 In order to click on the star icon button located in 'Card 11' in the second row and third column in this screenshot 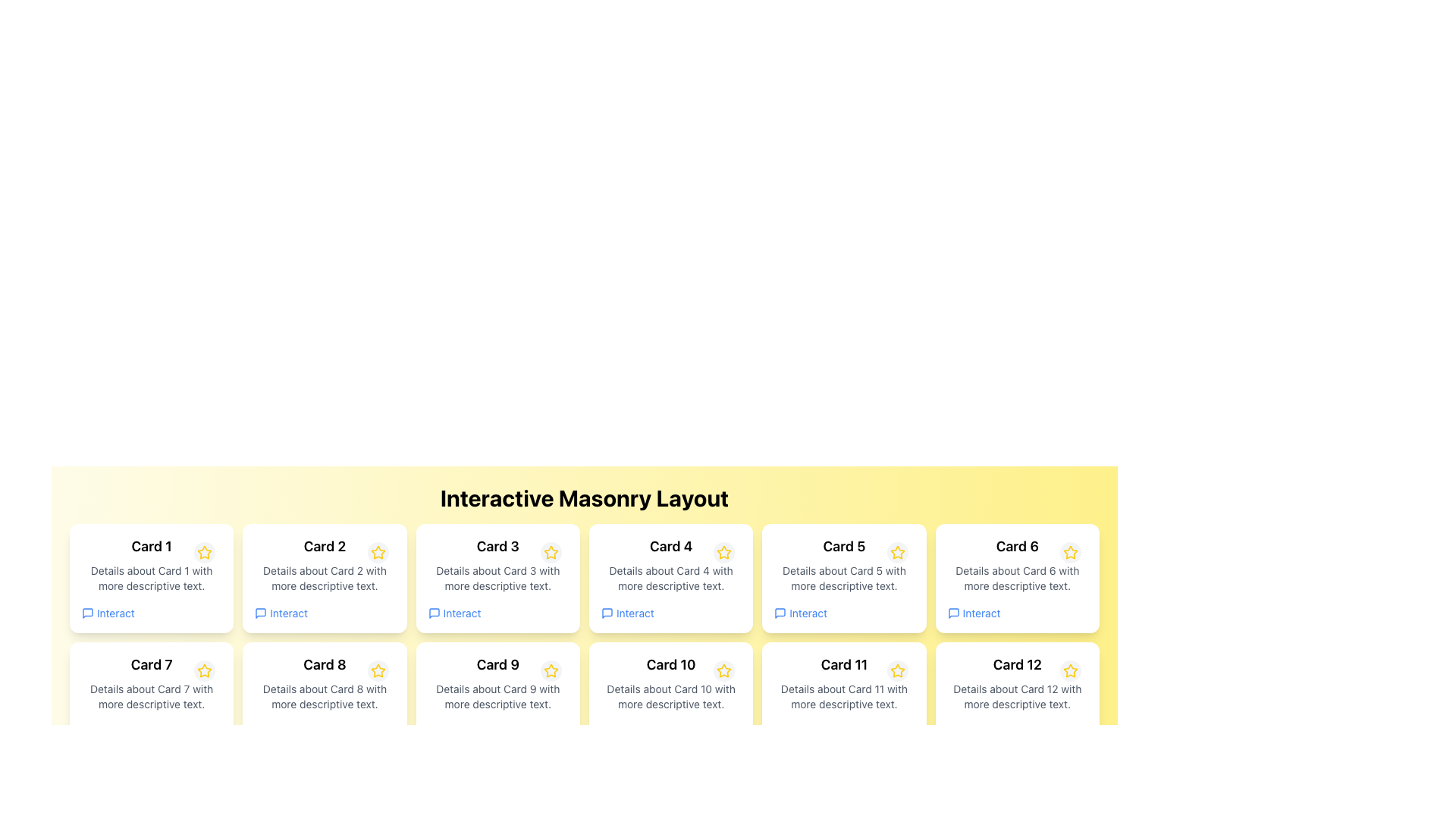, I will do `click(897, 670)`.